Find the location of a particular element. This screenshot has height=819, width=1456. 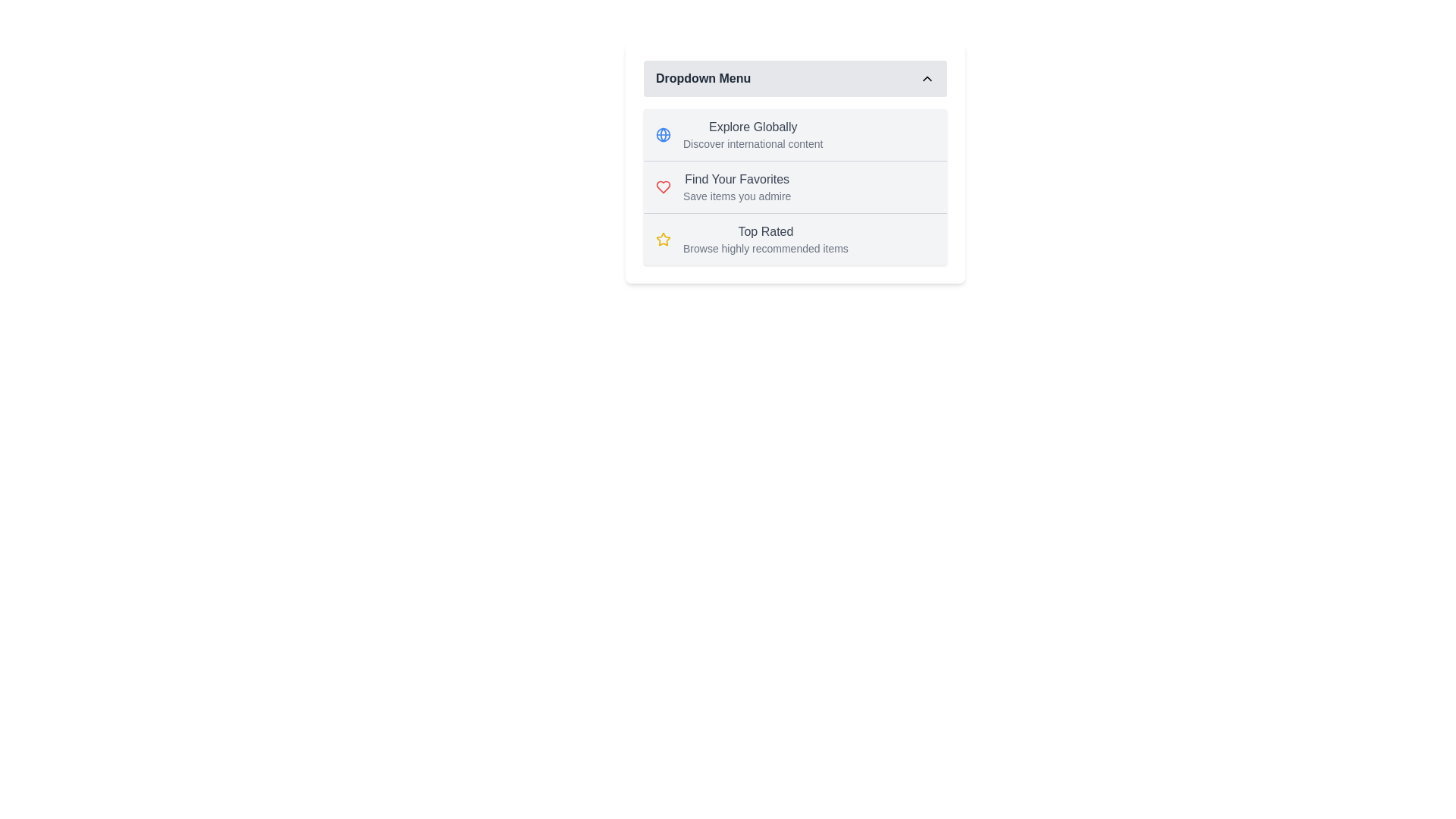

the 'Favorites' icon located to the left of the text 'Find Your Favorites' in the dropdown menu is located at coordinates (663, 186).